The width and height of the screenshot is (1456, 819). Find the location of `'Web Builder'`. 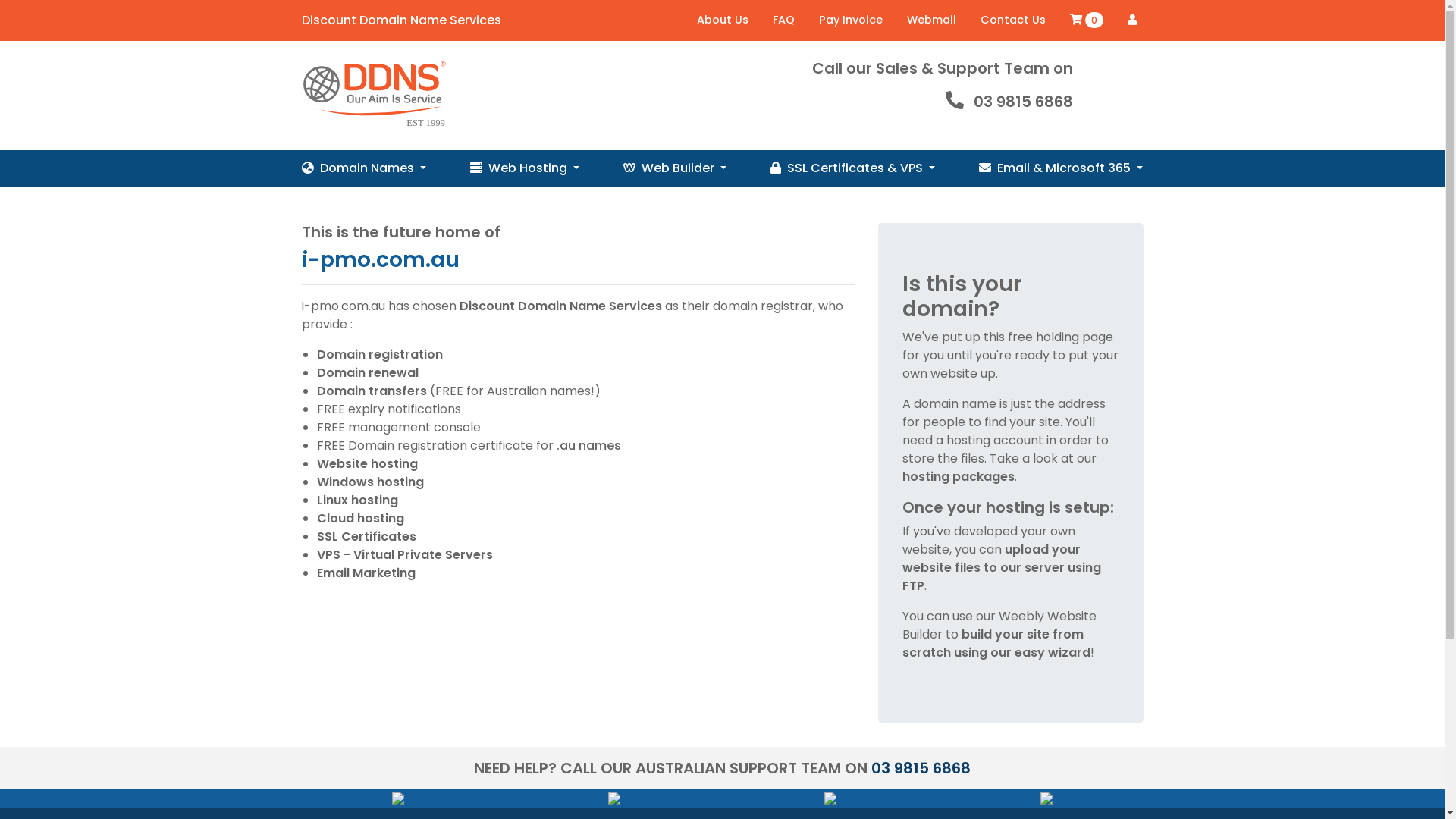

'Web Builder' is located at coordinates (673, 168).